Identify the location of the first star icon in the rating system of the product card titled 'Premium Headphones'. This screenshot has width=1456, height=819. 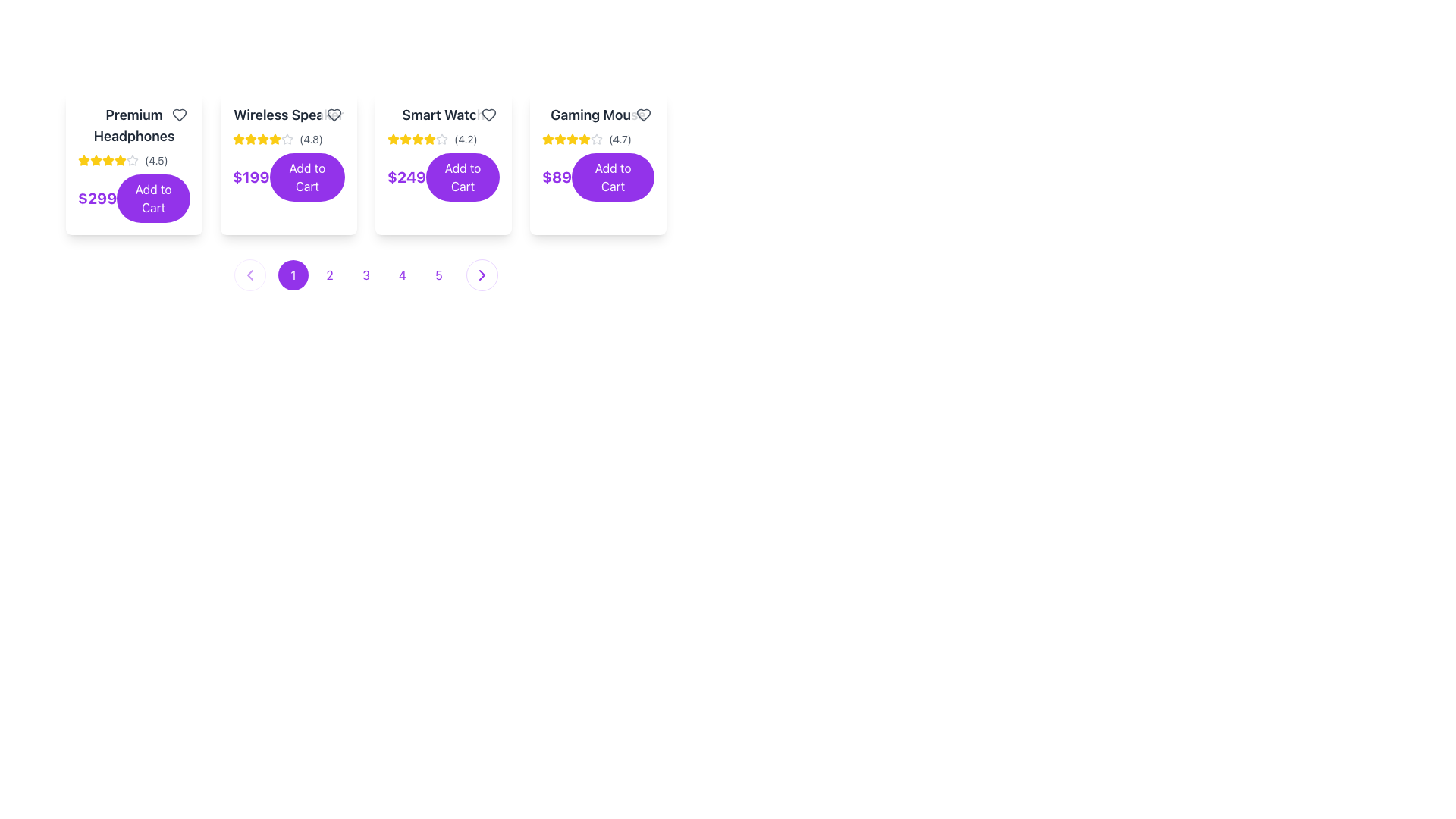
(108, 160).